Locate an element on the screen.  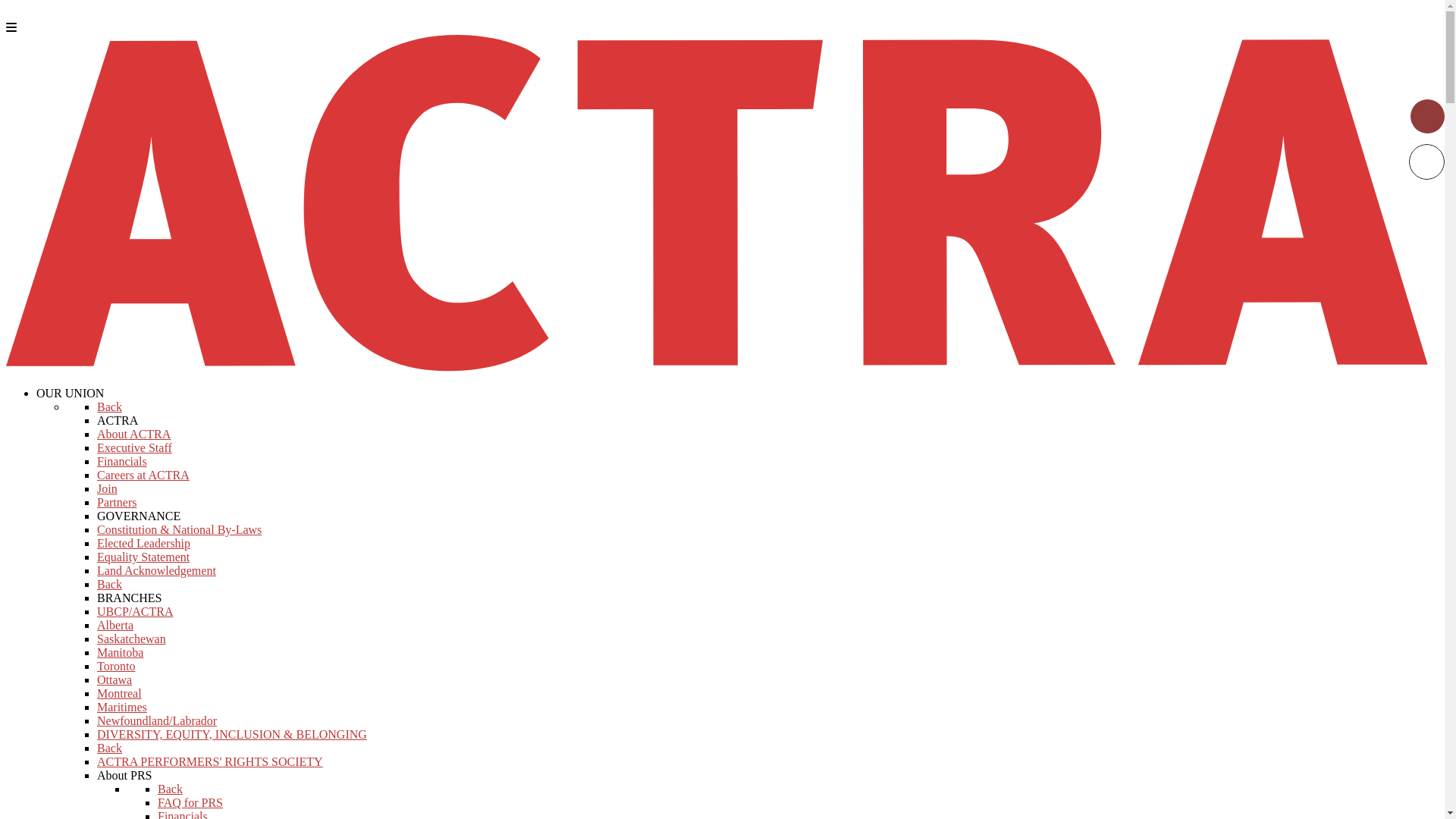
'Back' is located at coordinates (96, 747).